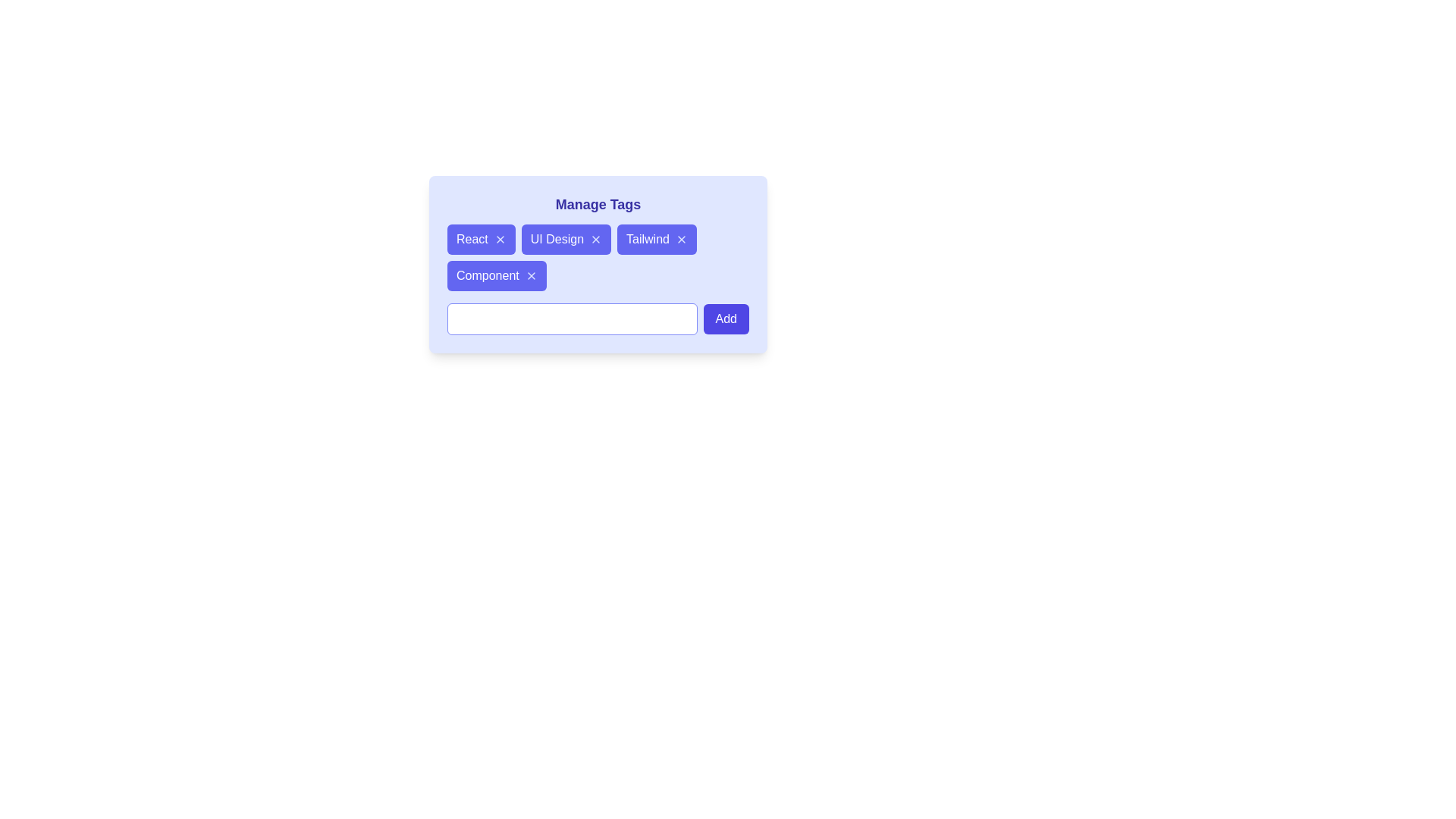 The height and width of the screenshot is (819, 1456). Describe the element at coordinates (531, 275) in the screenshot. I see `the close button of the tag labeled Component to remove it` at that location.